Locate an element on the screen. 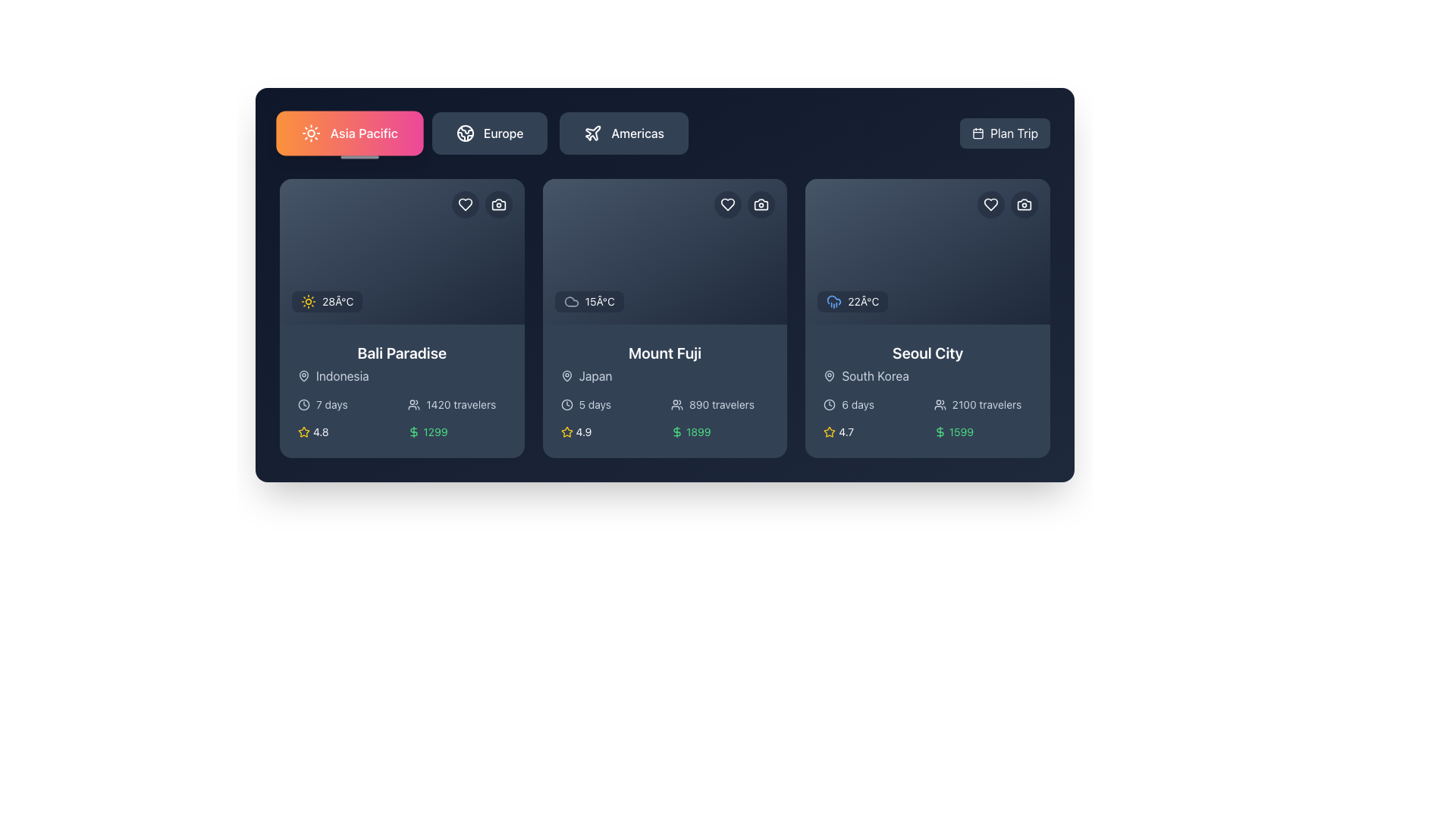  informational text displaying '1420 travelers' which includes an icon representing people, located in the lower section of the first dark card under 'Bali Paradise' is located at coordinates (457, 403).